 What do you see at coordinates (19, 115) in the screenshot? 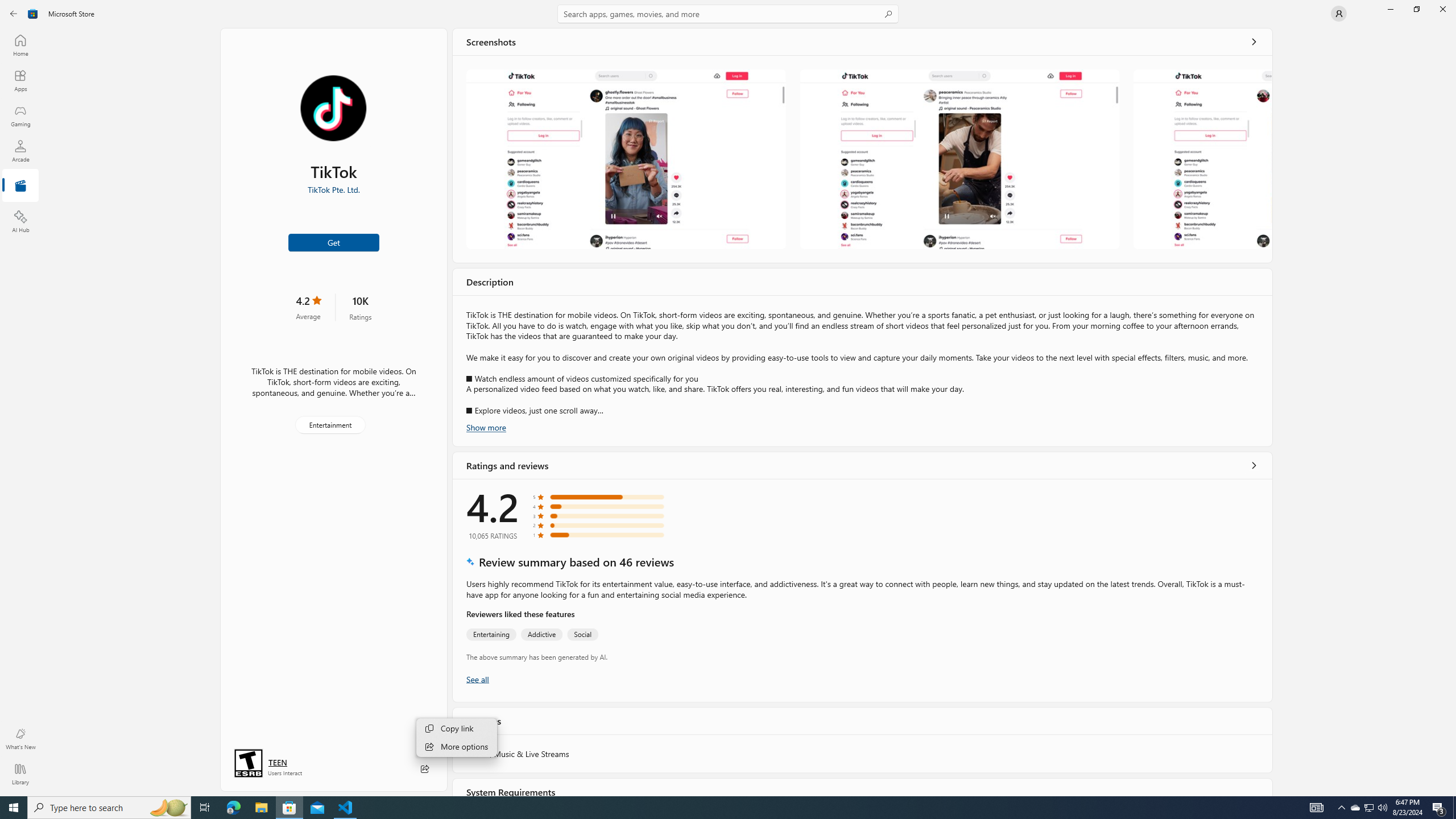
I see `'Gaming'` at bounding box center [19, 115].